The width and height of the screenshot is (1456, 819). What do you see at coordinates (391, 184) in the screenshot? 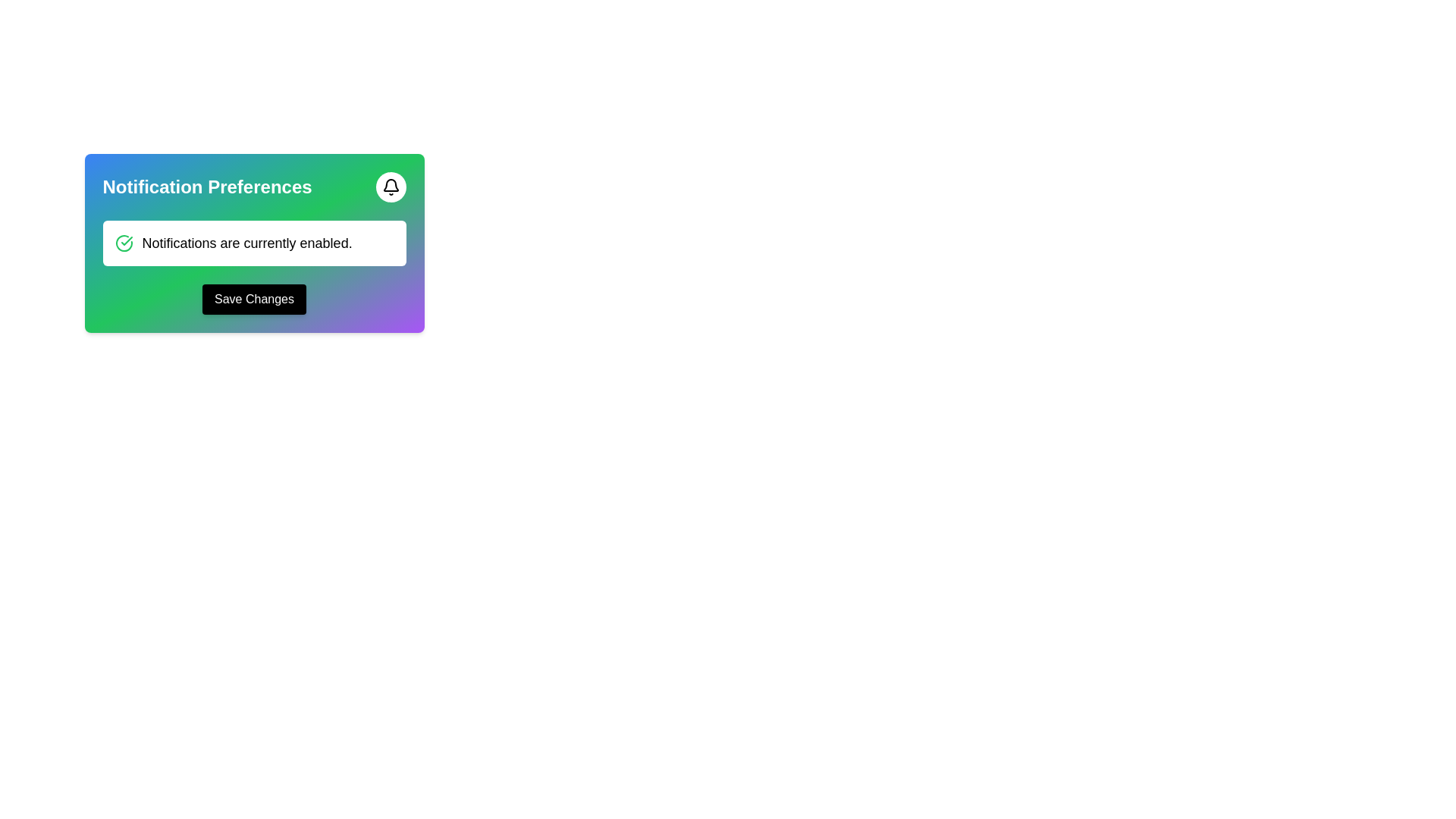
I see `the bell icon representing notification settings in the upper-right corner of the notification preferences dialog box` at bounding box center [391, 184].